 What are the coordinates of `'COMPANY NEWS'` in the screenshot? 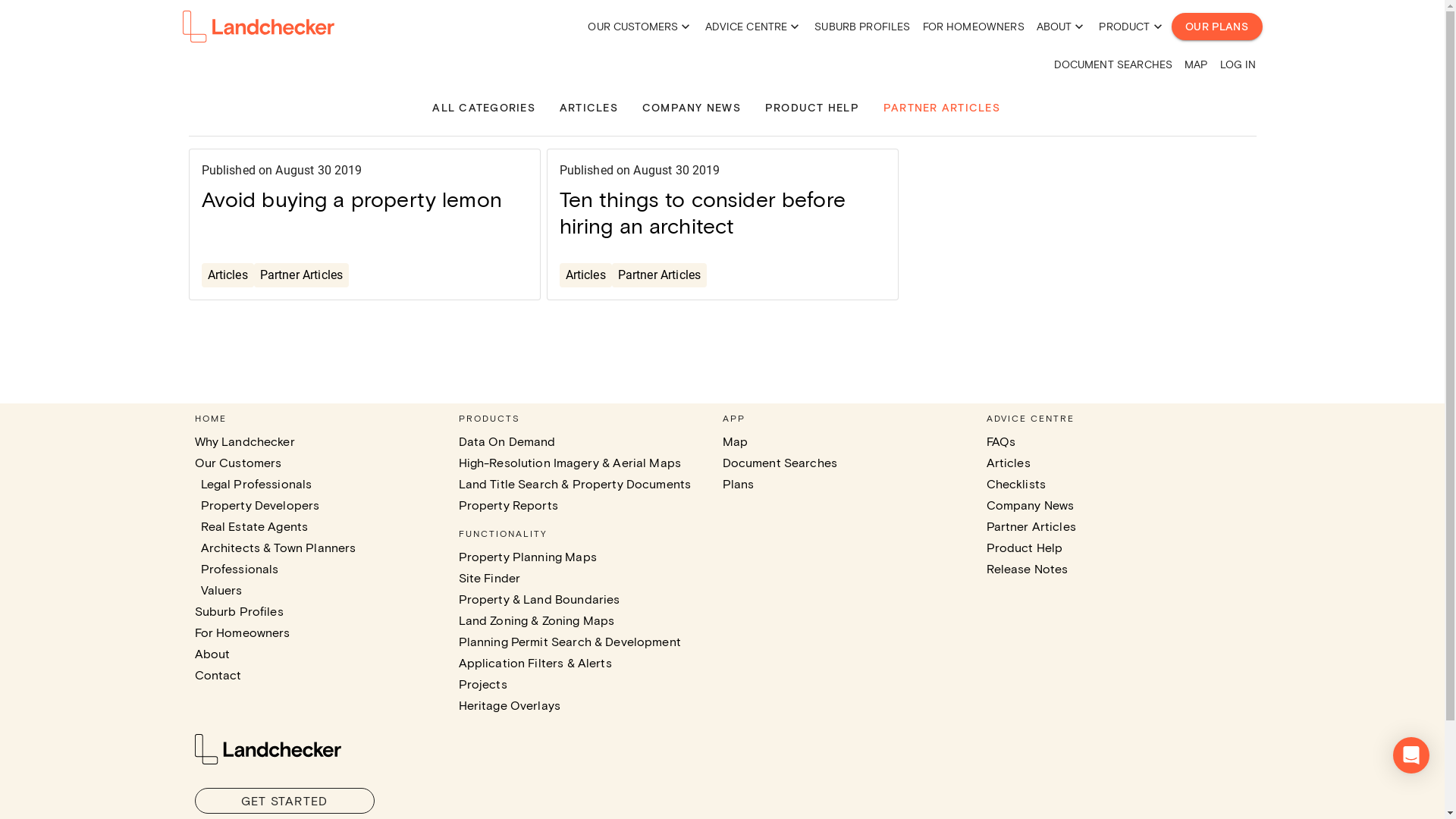 It's located at (642, 106).